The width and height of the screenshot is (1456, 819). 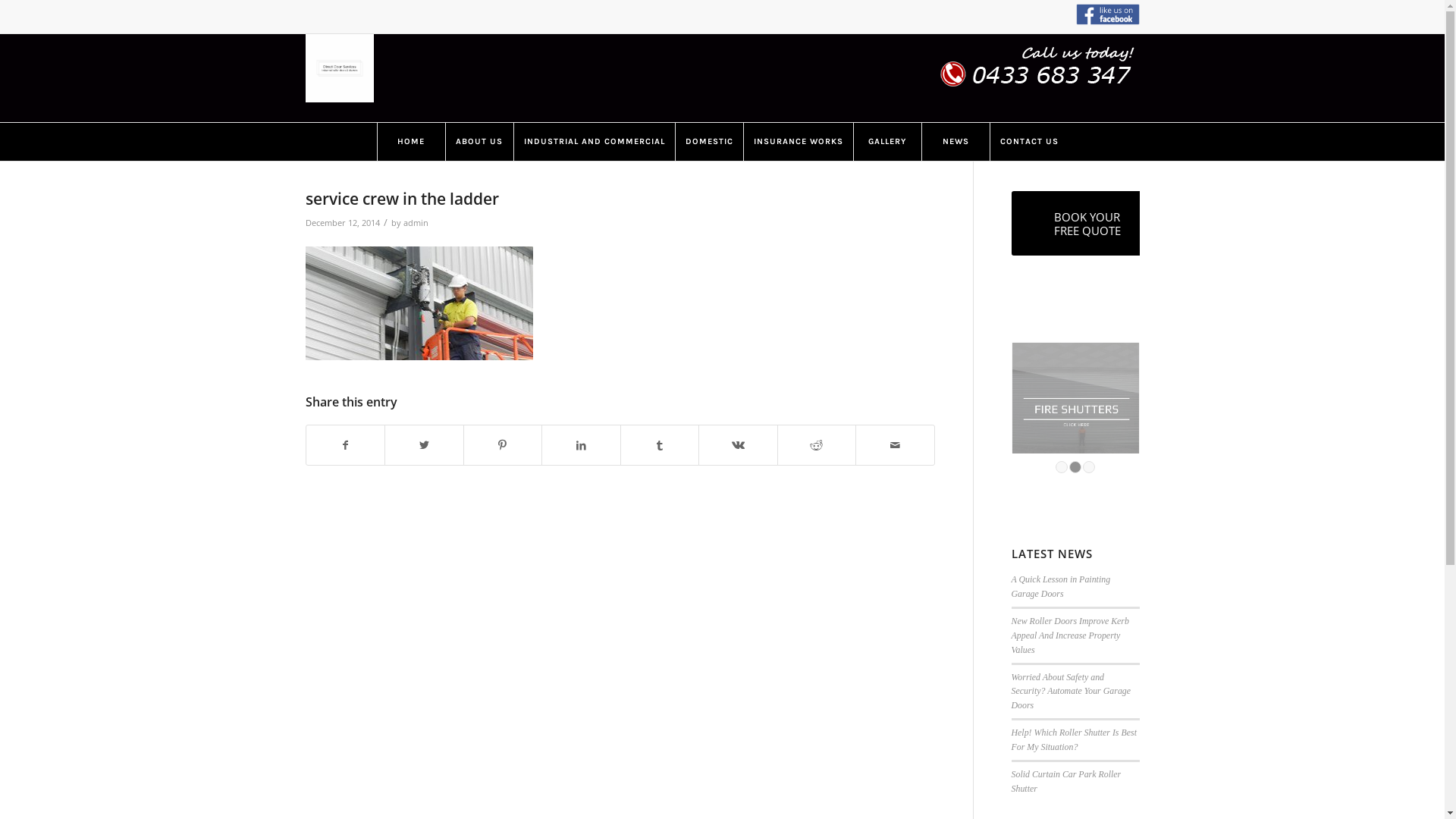 I want to click on '1', so click(x=1061, y=466).